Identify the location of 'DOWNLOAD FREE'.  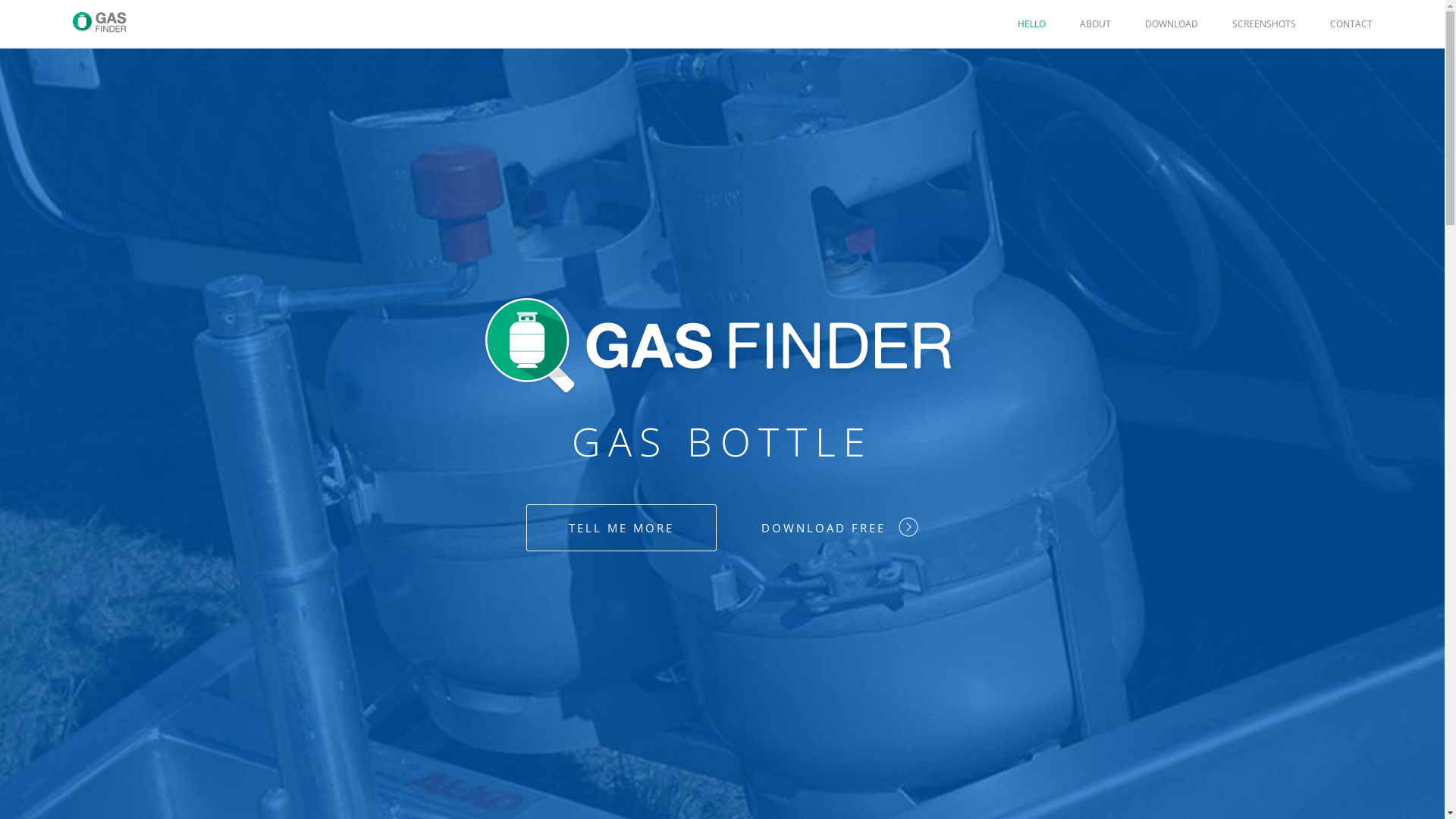
(839, 526).